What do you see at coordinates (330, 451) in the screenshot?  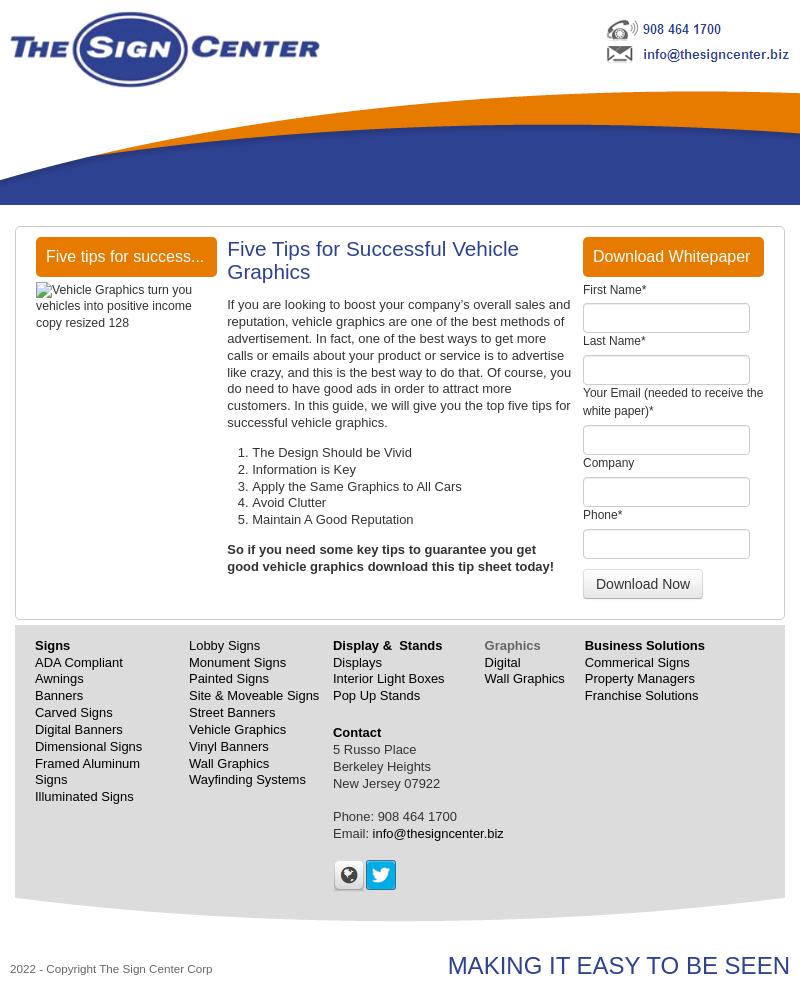 I see `'The Design Should be Vivid'` at bounding box center [330, 451].